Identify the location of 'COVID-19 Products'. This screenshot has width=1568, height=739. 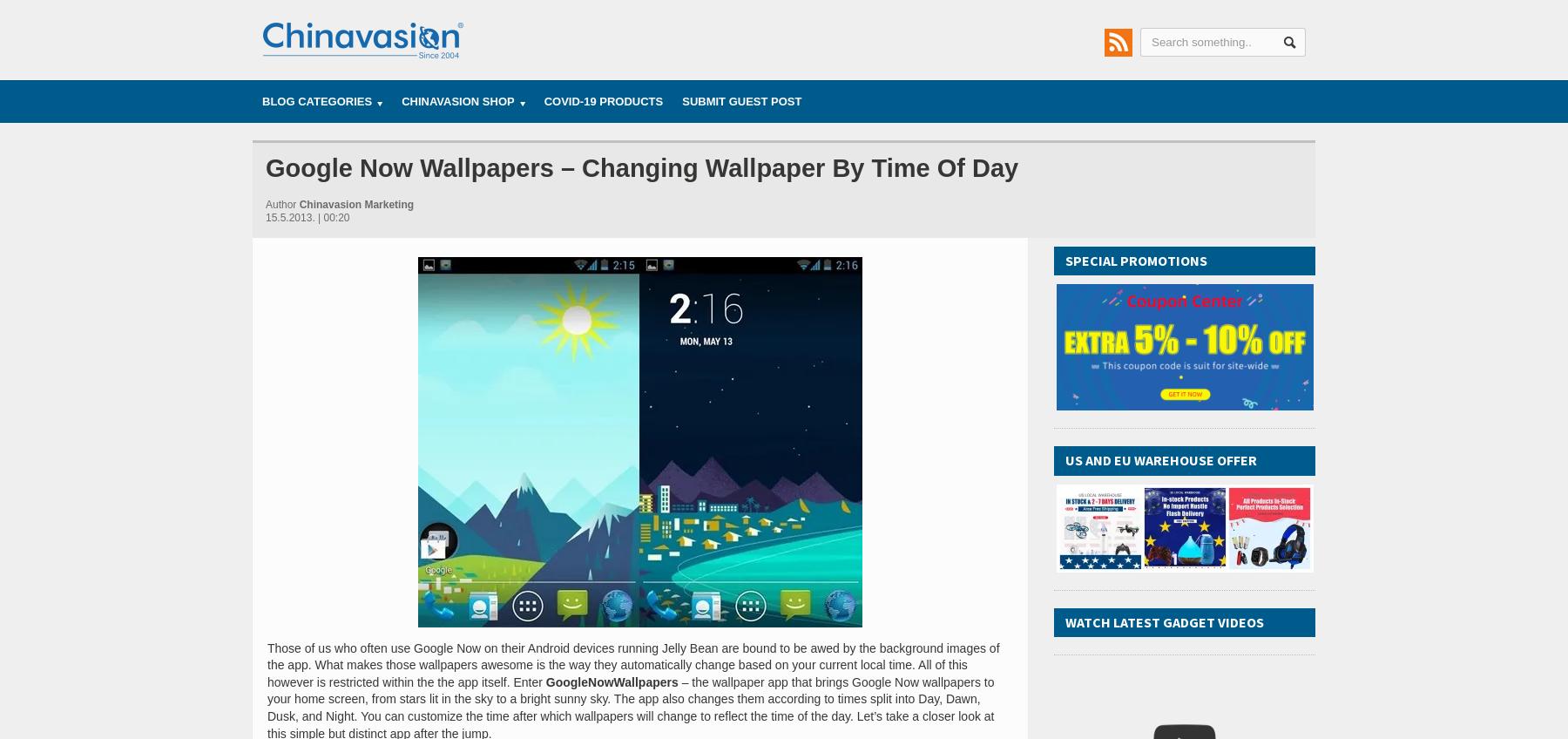
(602, 100).